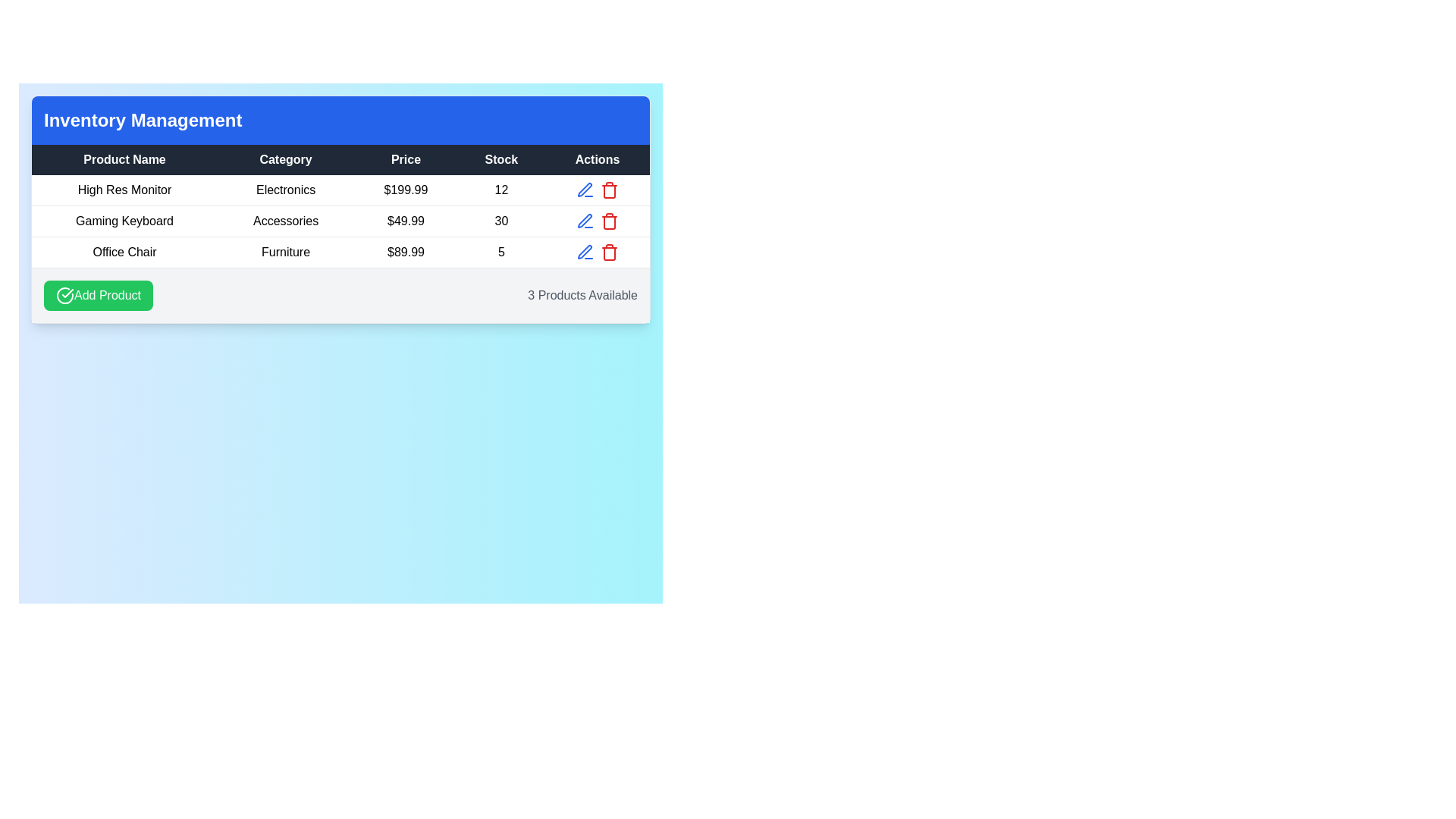 Image resolution: width=1456 pixels, height=819 pixels. Describe the element at coordinates (406, 251) in the screenshot. I see `the price label displaying '$89.99' for the product 'Office Chair' in the third row of the 'Inventory Management' table` at that location.